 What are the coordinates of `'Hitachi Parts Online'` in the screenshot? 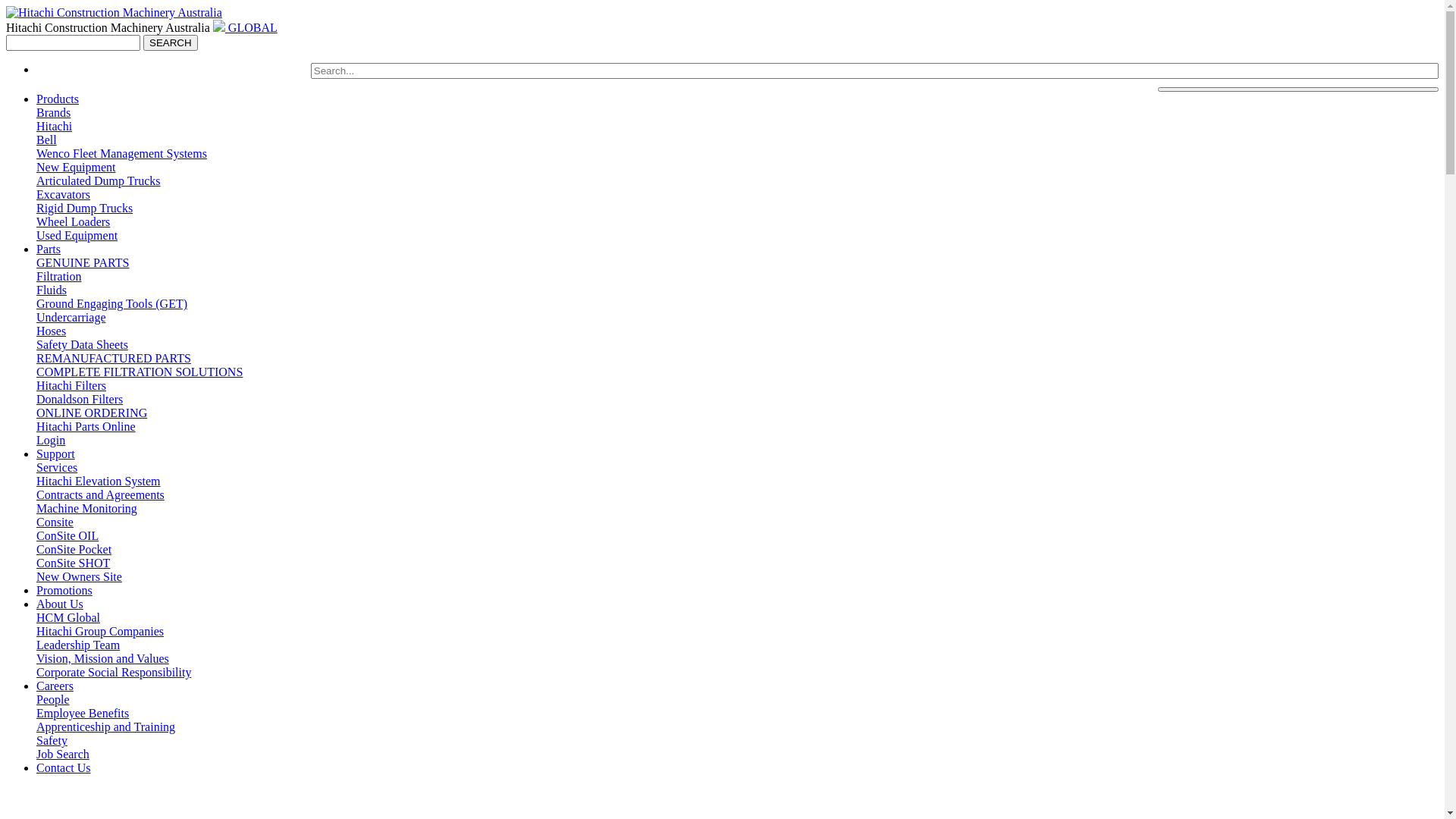 It's located at (36, 426).